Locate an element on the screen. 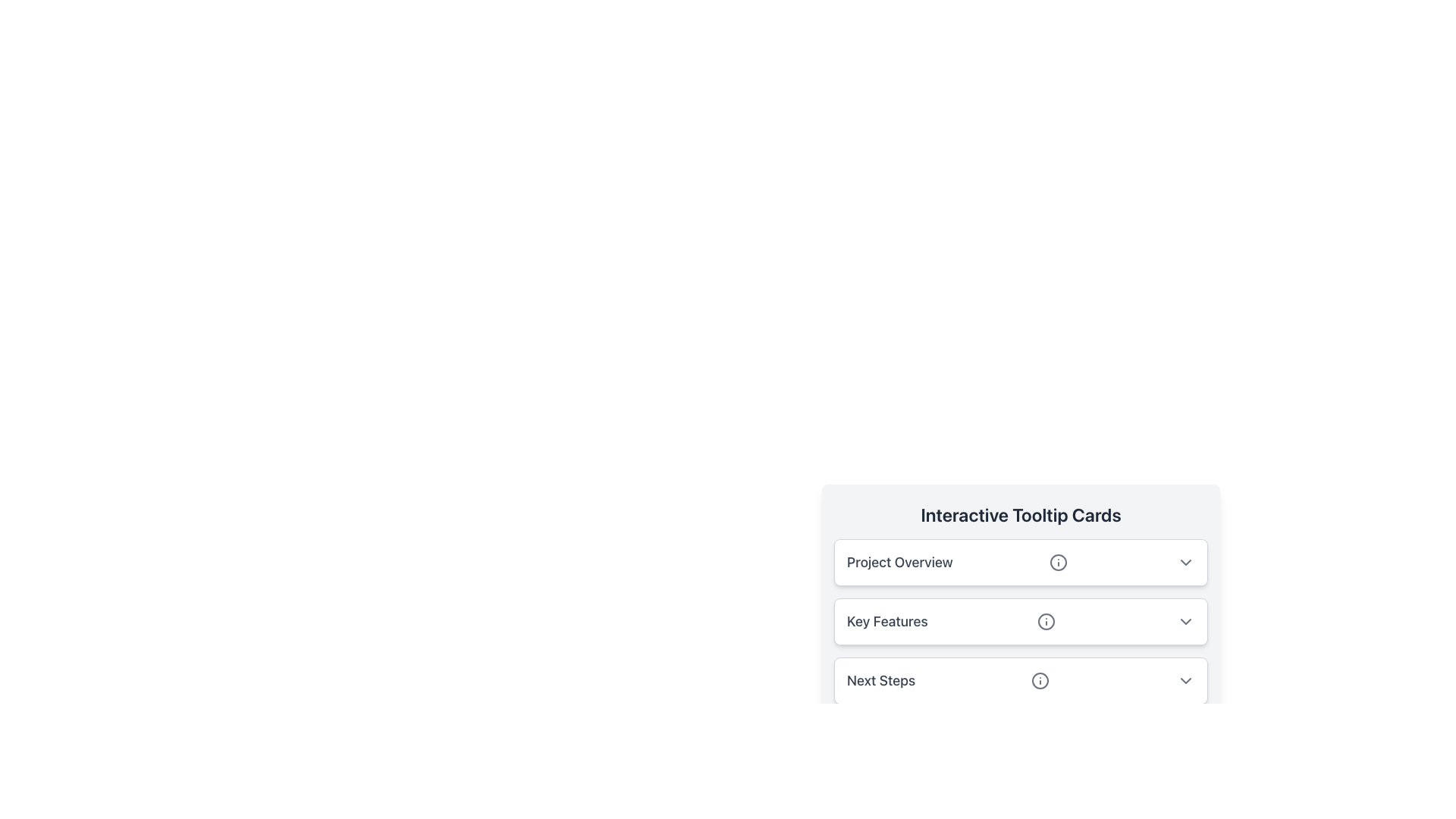 The height and width of the screenshot is (819, 1456). the second card in the stack layout titled 'Interactive Tooltip Cards' which is located in the center of the middle section is located at coordinates (1021, 602).